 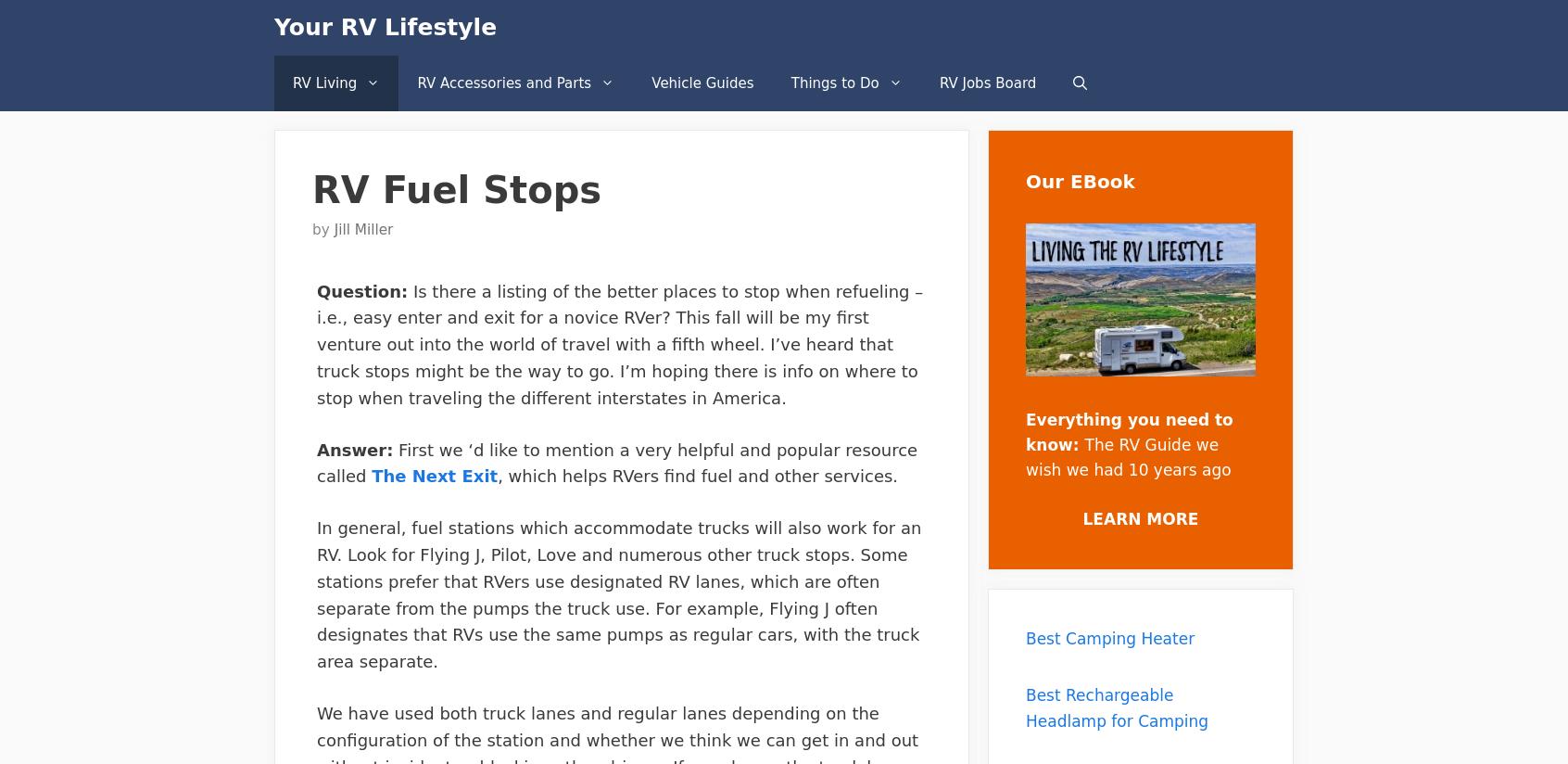 I want to click on 'Is there a listing of the better places to stop when refueling – i.e., easy enter and exit for a novice RVer? This fall will be my first venture out into the world of travel with a fifth wheel. I’ve heard that truck stops might be the way to go. I’m hoping there is info on where to stop when traveling the different interstates in America.', so click(x=620, y=342).